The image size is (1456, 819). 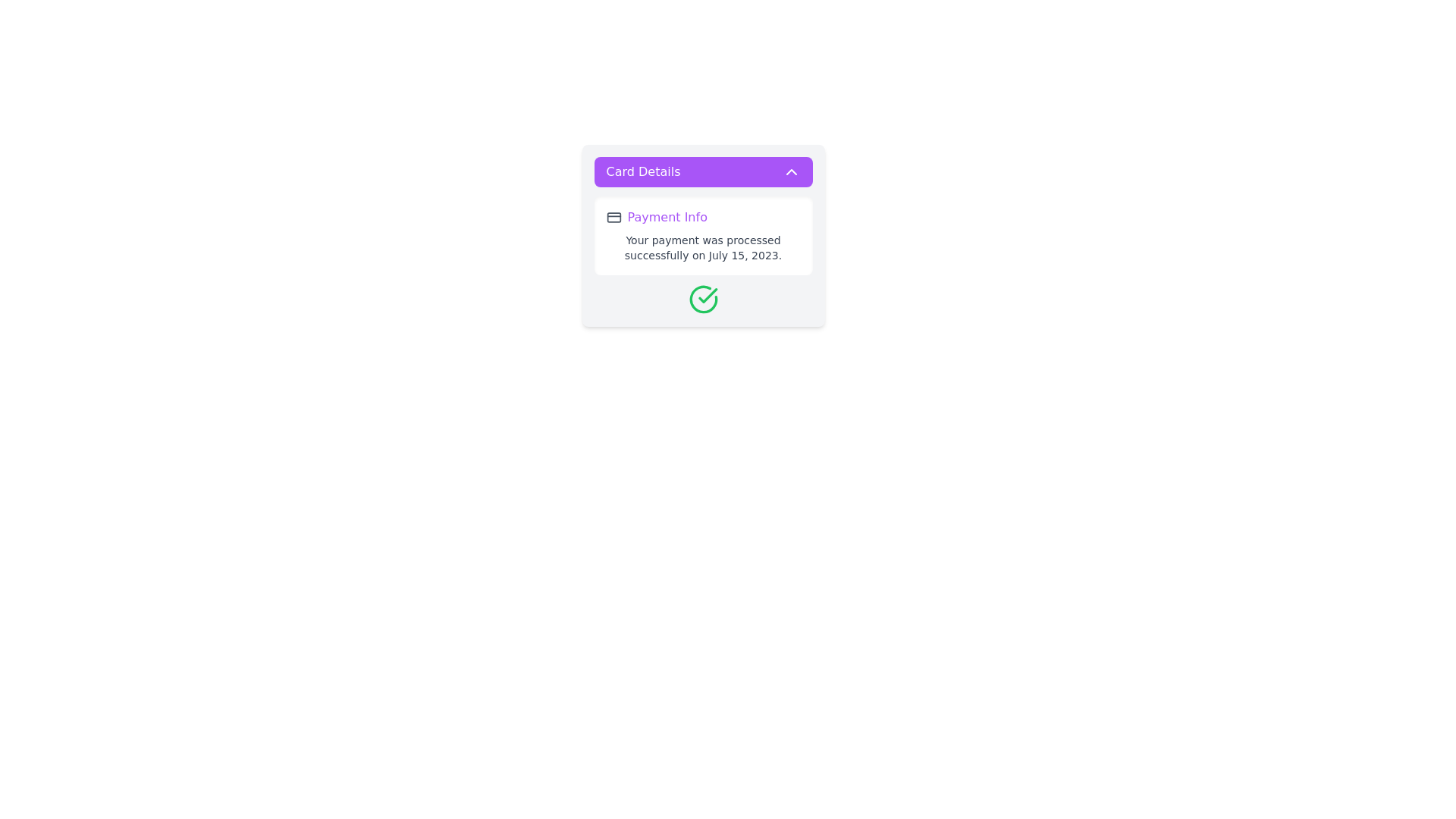 I want to click on the informational text block that displays the successful payment completion status, located below the 'Card Details' heading in a purple bar, so click(x=702, y=254).